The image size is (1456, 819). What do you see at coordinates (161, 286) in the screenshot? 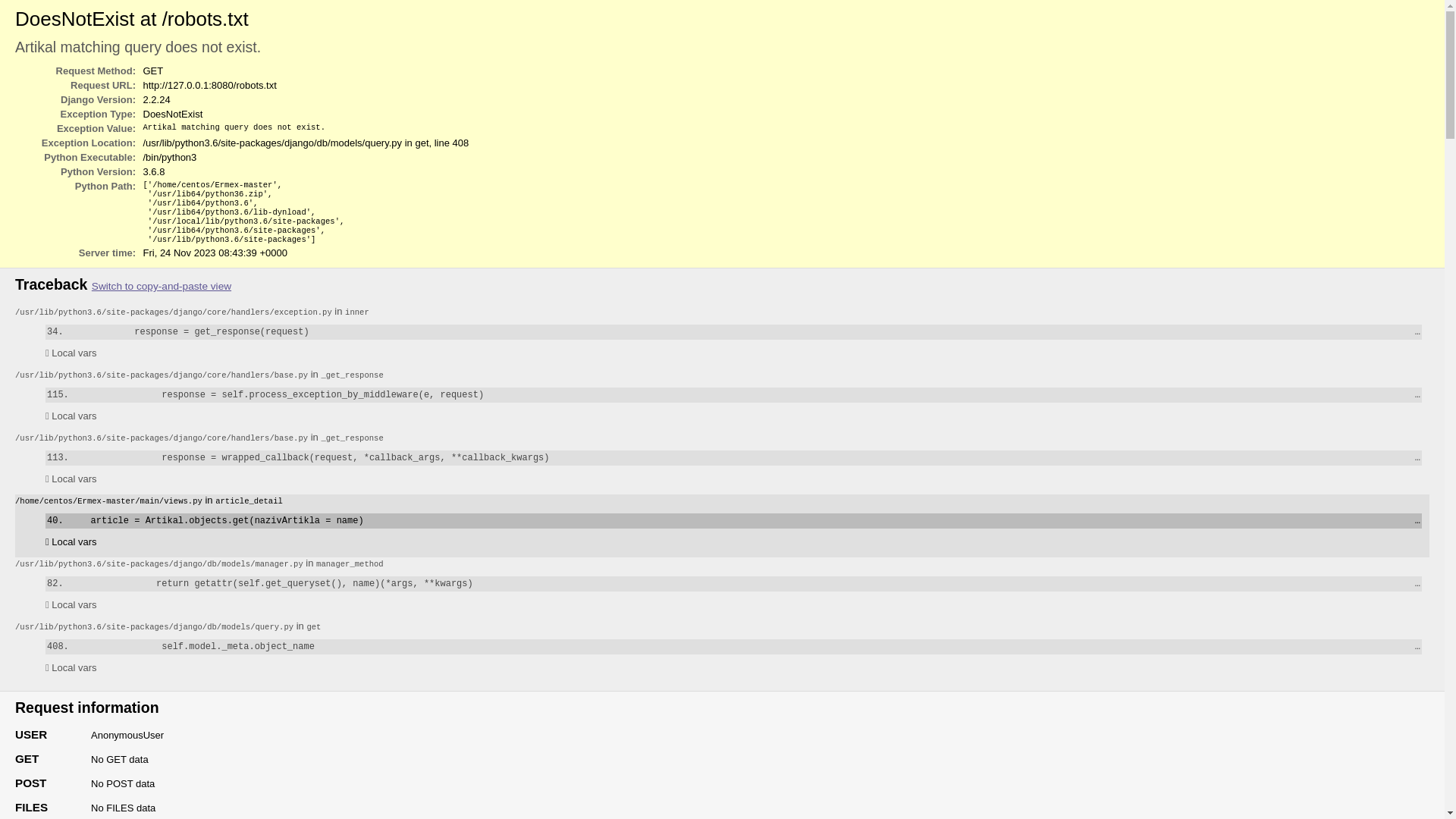
I see `'Switch to copy-and-paste view'` at bounding box center [161, 286].